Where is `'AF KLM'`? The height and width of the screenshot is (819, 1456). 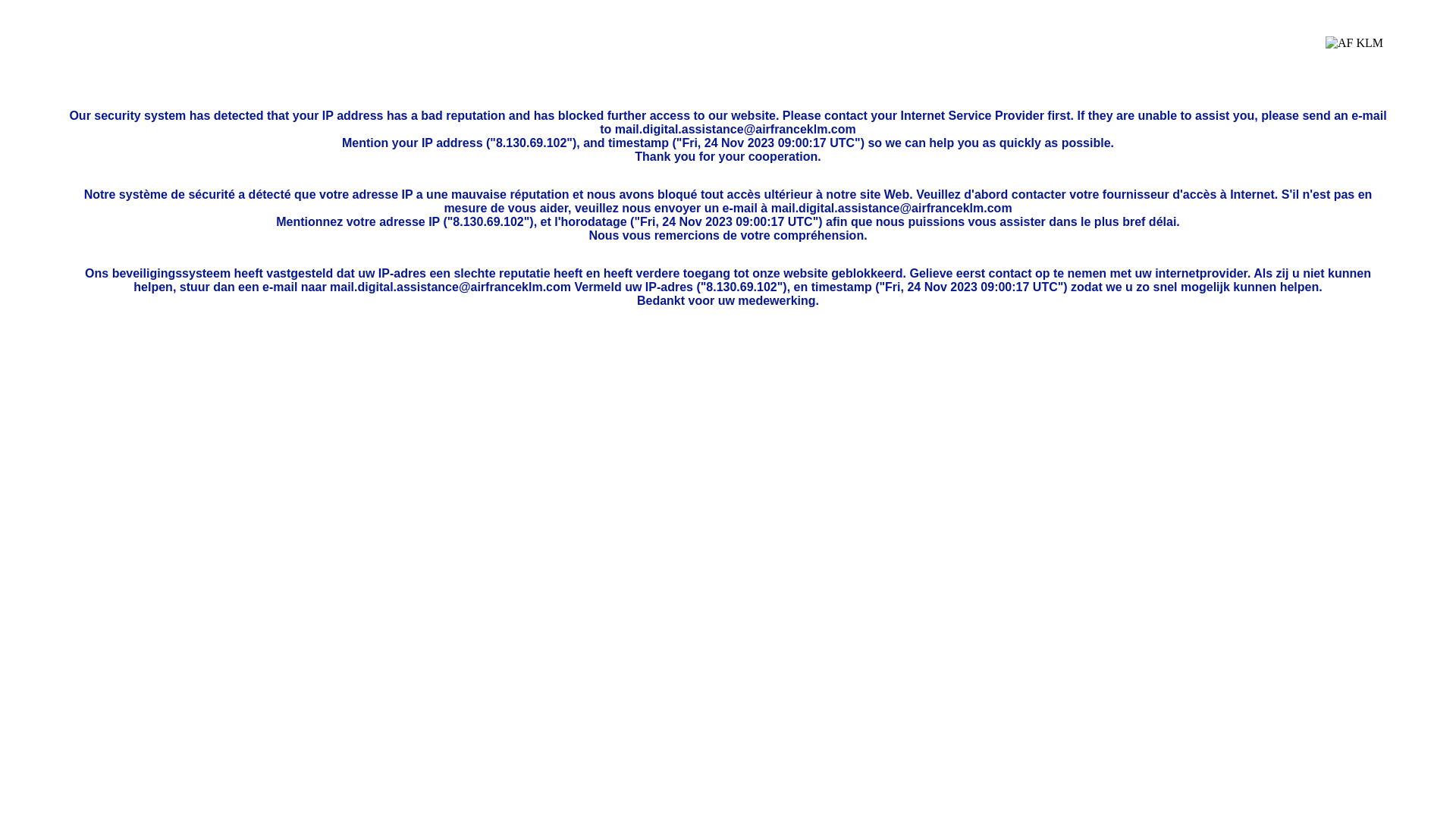 'AF KLM' is located at coordinates (1354, 54).